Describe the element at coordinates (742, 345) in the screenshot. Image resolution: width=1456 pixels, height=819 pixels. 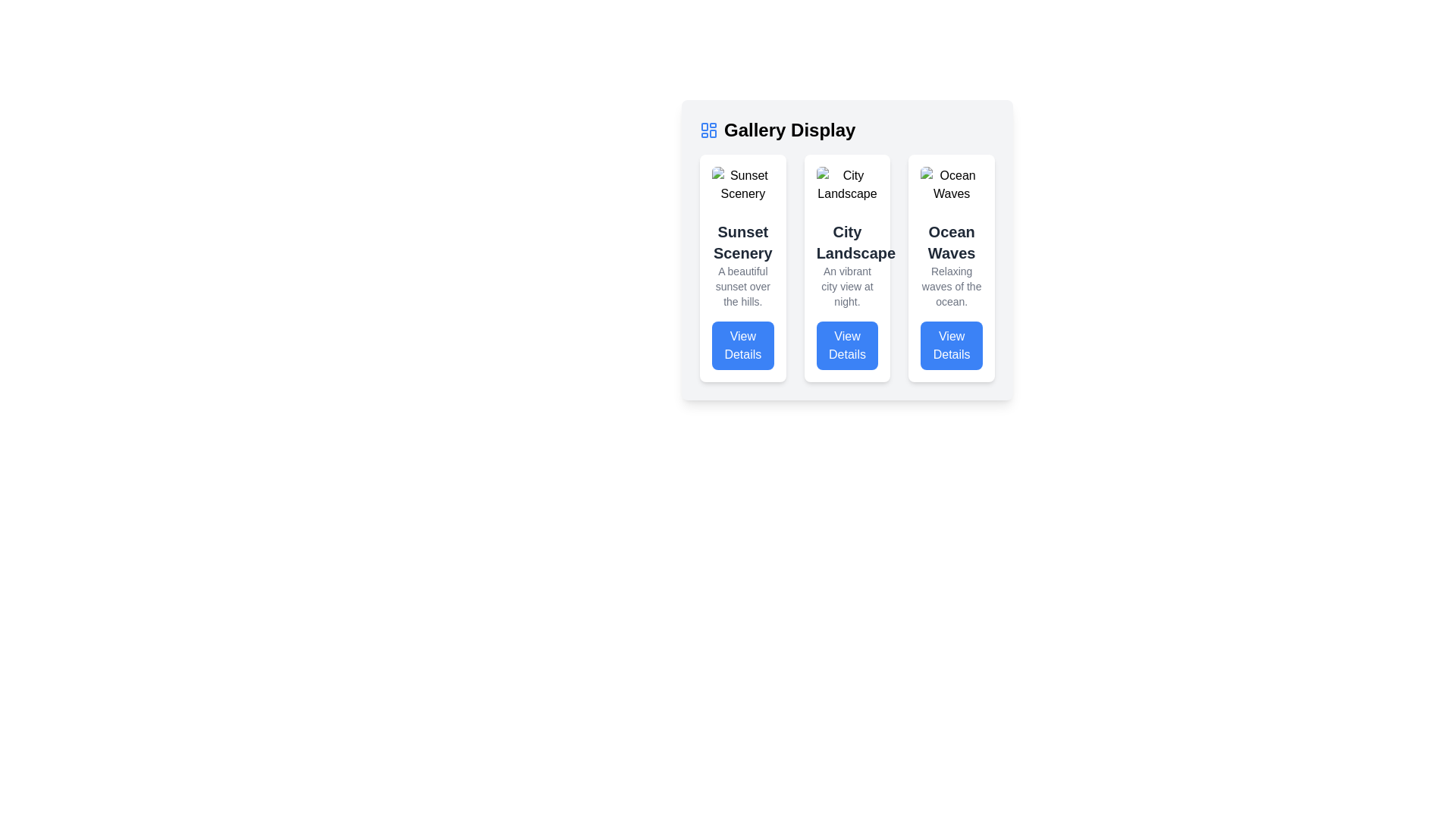
I see `the rounded rectangular button with a blue background and white text reading 'View Details'` at that location.